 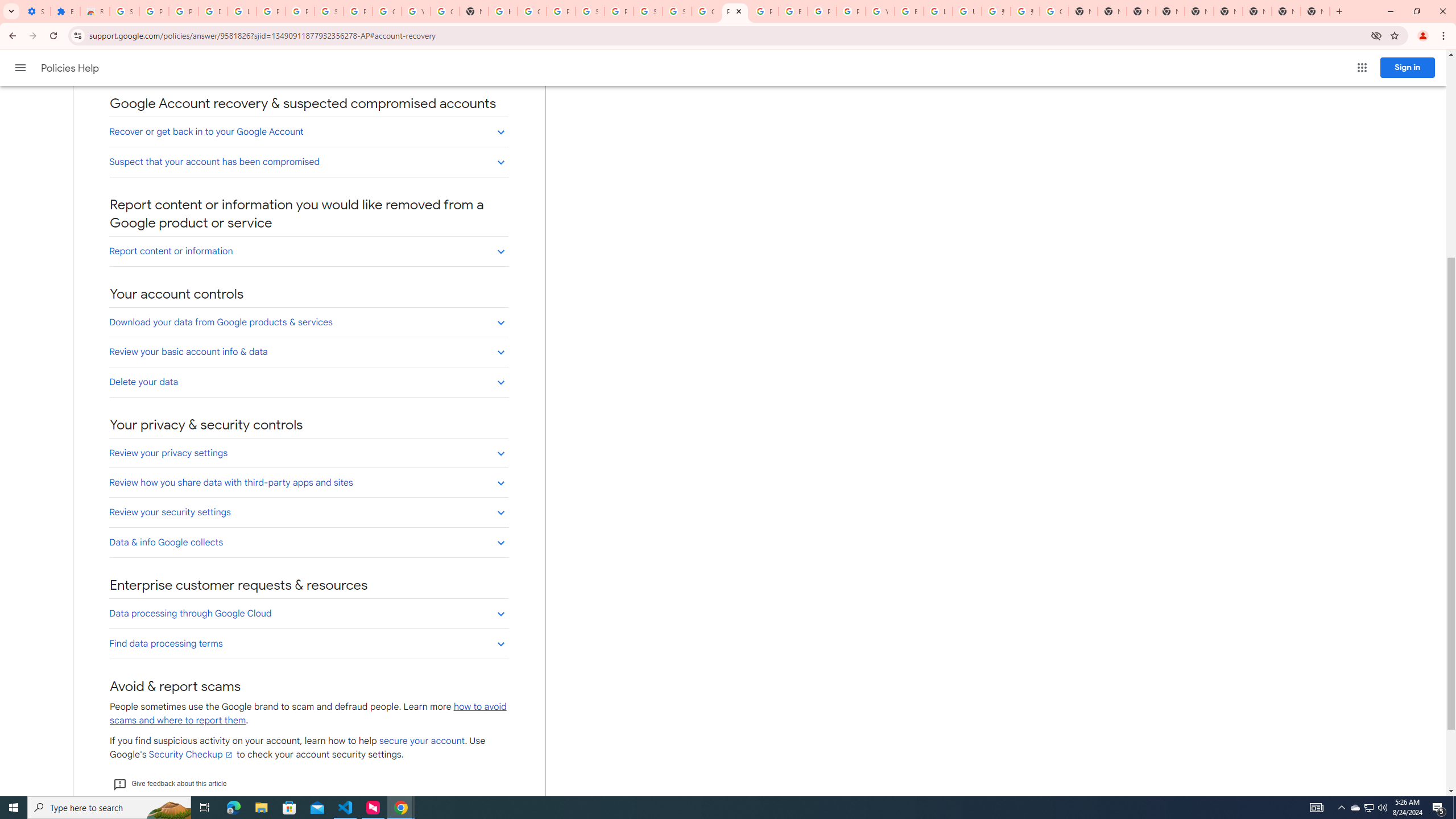 What do you see at coordinates (1407, 67) in the screenshot?
I see `'Sign in'` at bounding box center [1407, 67].